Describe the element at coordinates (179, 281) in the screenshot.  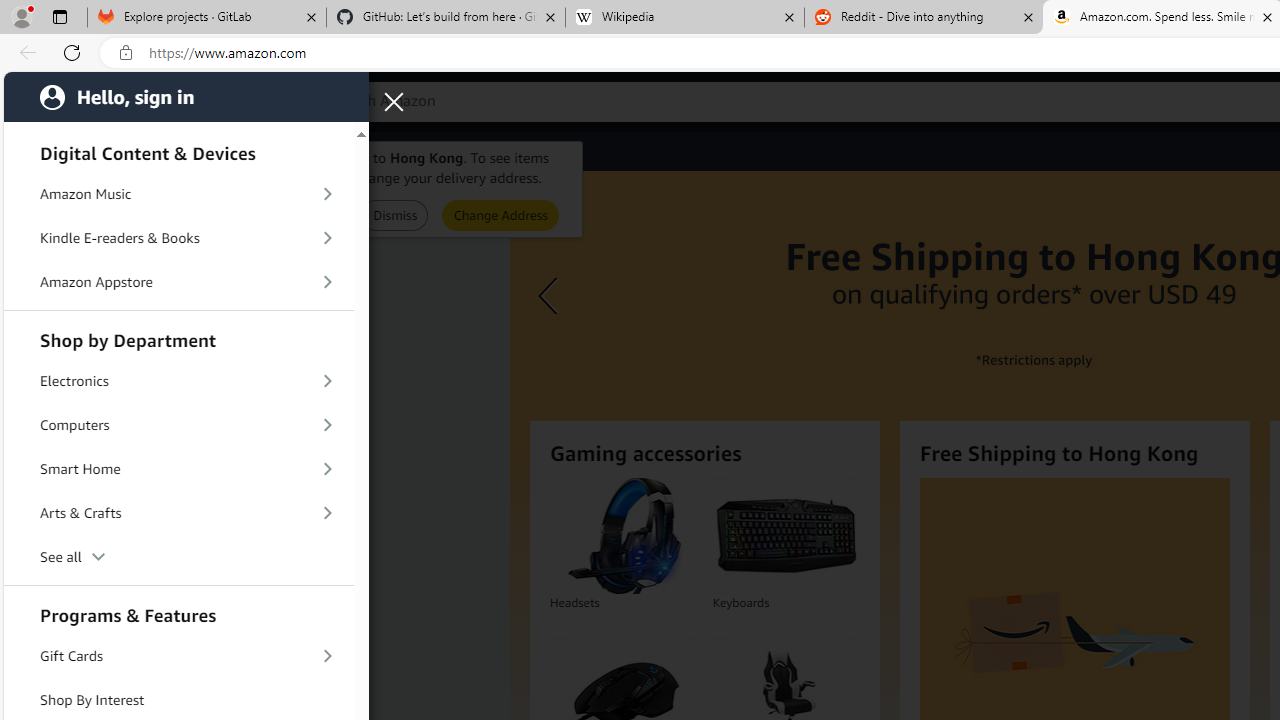
I see `'Amazon Appstore'` at that location.